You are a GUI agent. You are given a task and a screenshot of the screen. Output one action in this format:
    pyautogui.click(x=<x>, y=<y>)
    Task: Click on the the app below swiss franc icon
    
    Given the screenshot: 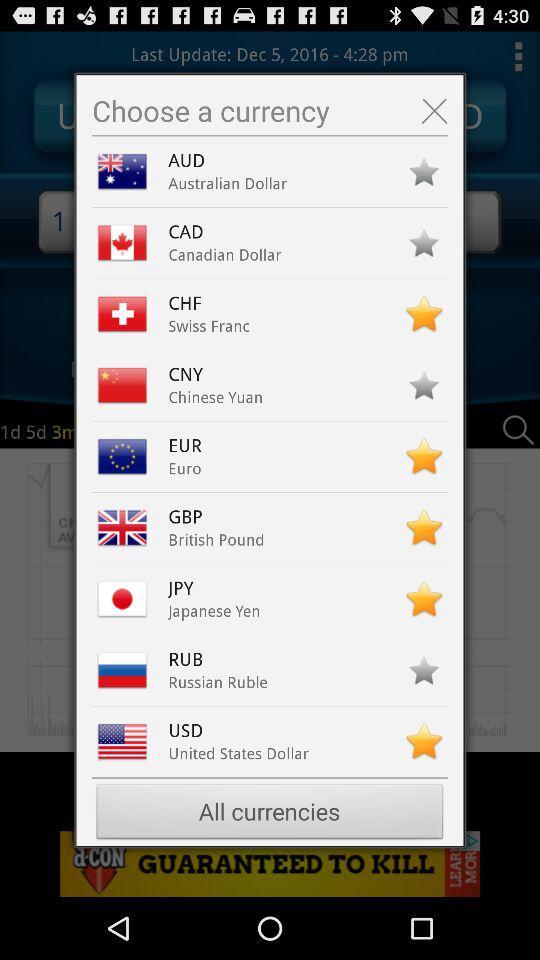 What is the action you would take?
    pyautogui.click(x=190, y=373)
    